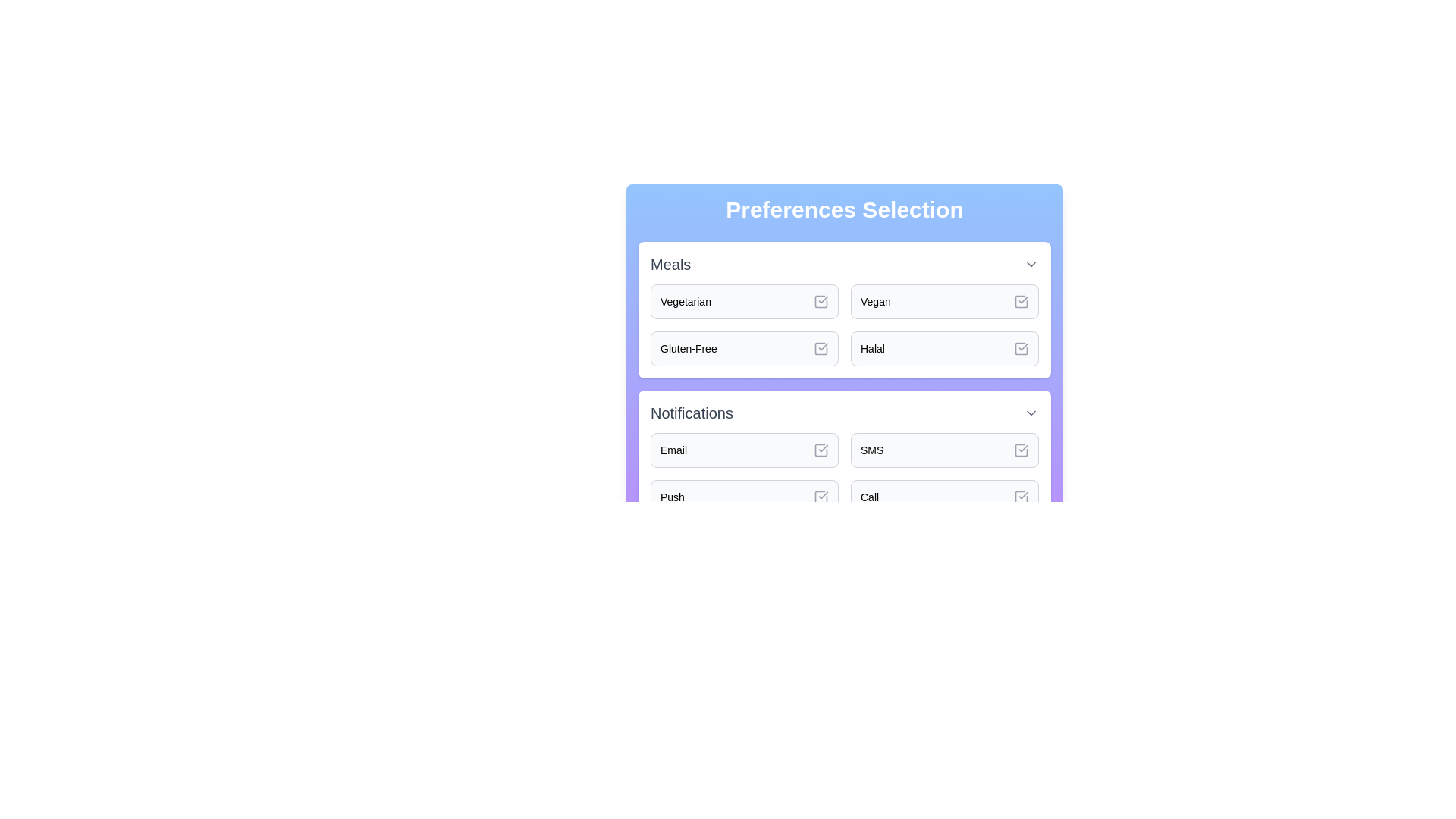 The image size is (1456, 819). What do you see at coordinates (745, 450) in the screenshot?
I see `the 'Email' notification selection button located at the top-left position of the Notifications section` at bounding box center [745, 450].